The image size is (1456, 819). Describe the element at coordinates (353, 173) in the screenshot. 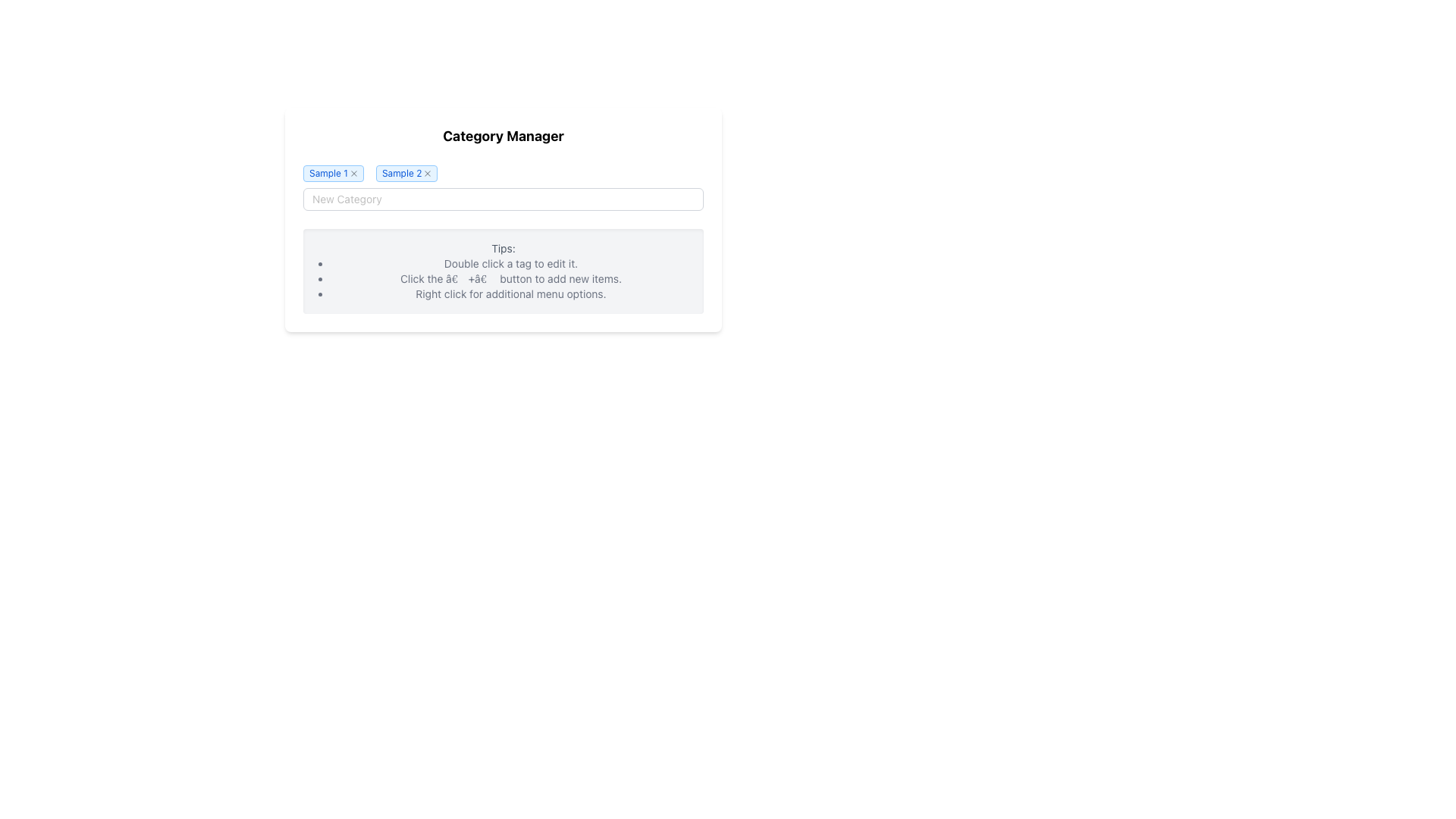

I see `the Close button icon located to the far right inside the 'Sample 1' tag` at that location.